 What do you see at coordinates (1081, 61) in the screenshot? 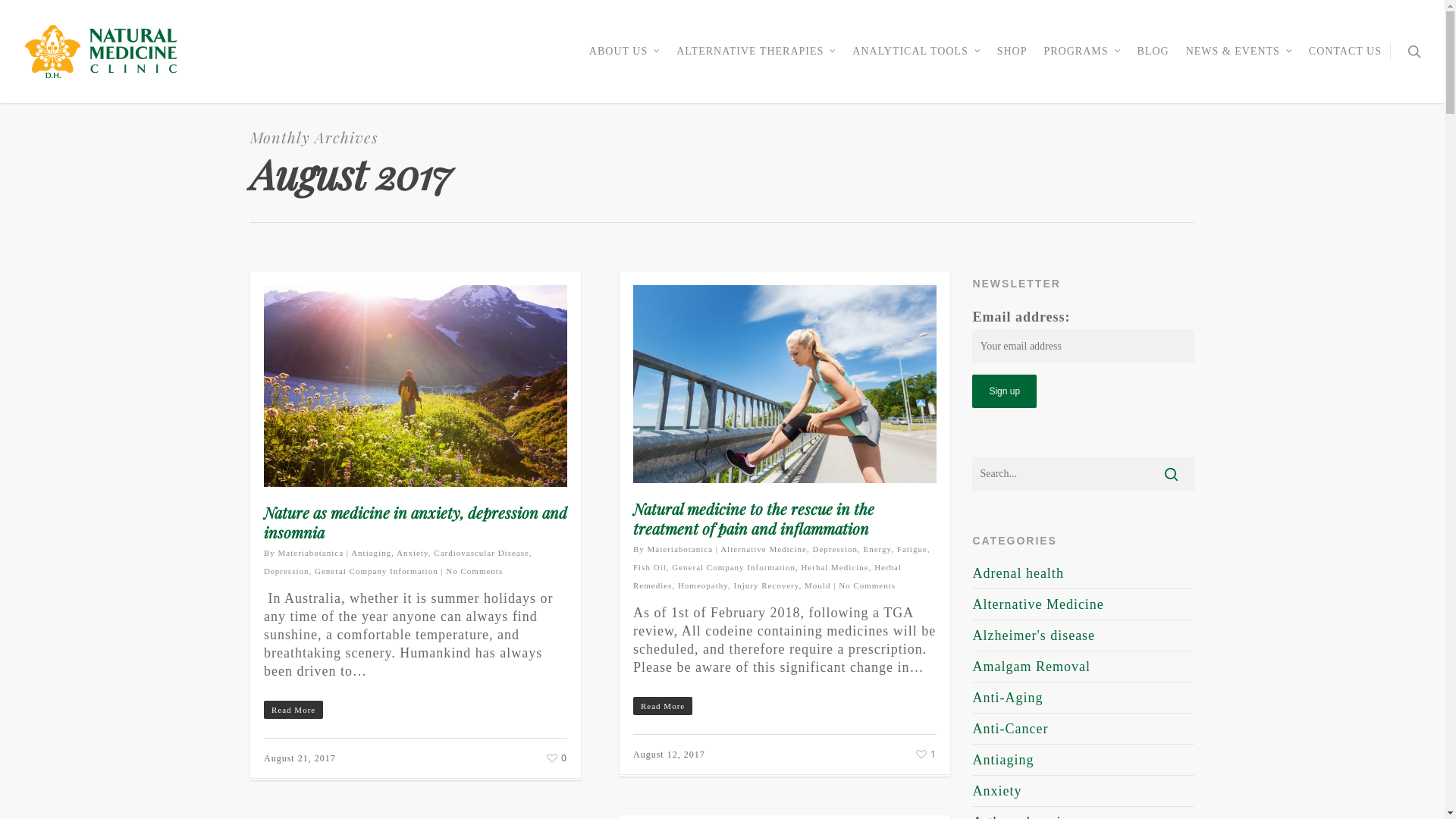
I see `'PROGRAMS'` at bounding box center [1081, 61].